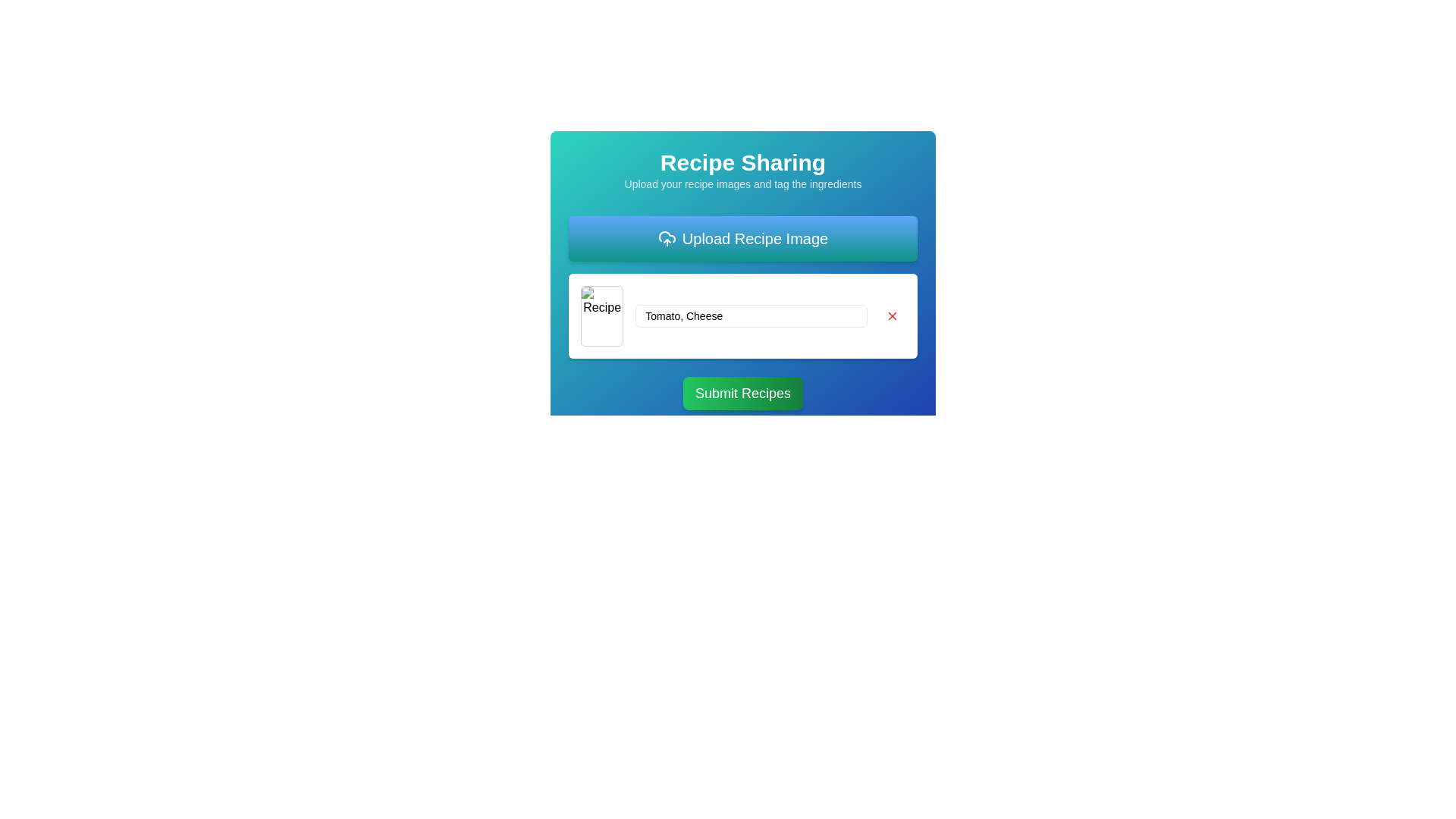 This screenshot has height=819, width=1456. I want to click on the cloud icon with an upward arrow inside, located to the left of the 'Upload Recipe Image' text, so click(667, 239).